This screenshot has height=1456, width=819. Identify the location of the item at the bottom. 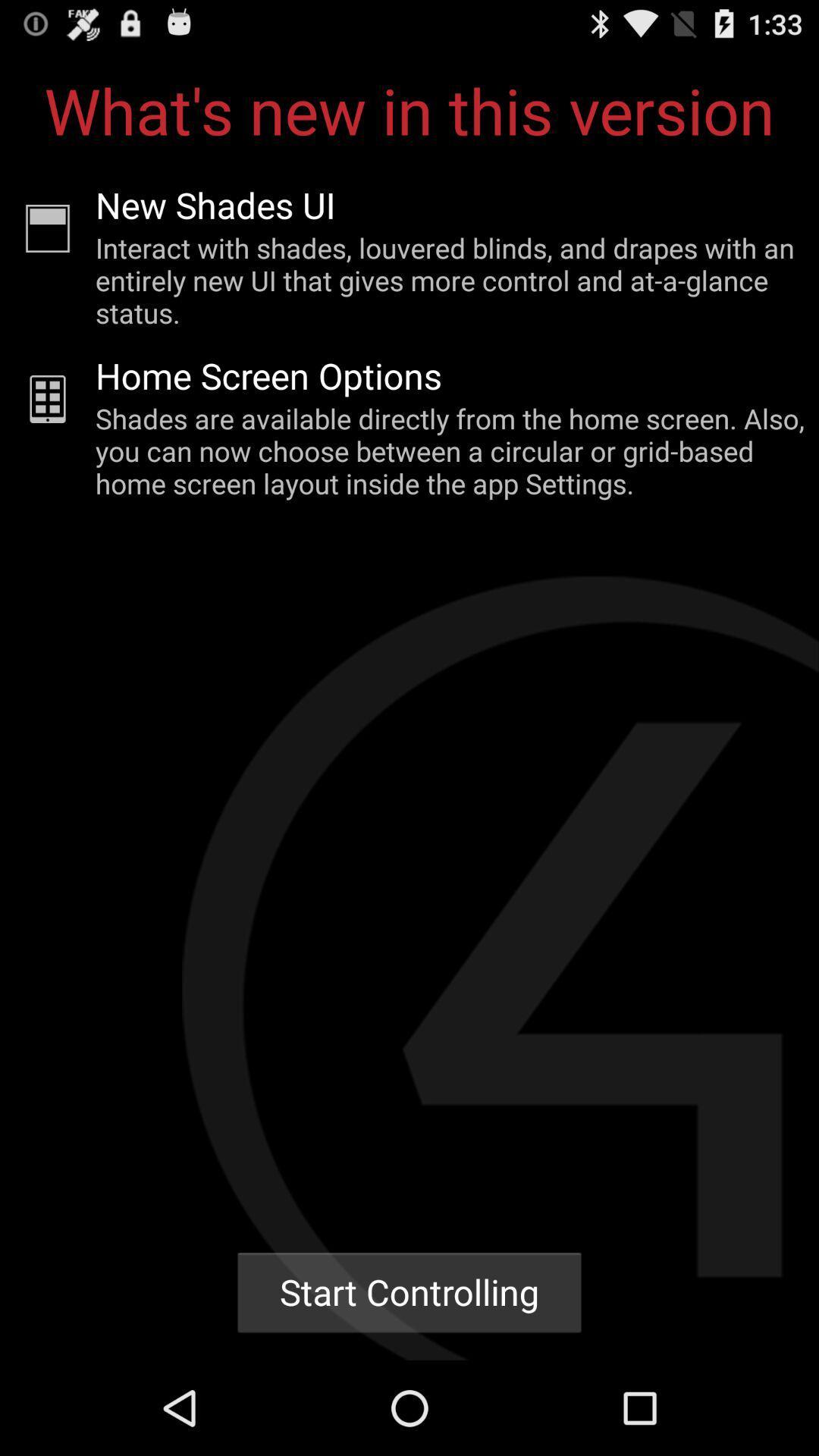
(409, 1291).